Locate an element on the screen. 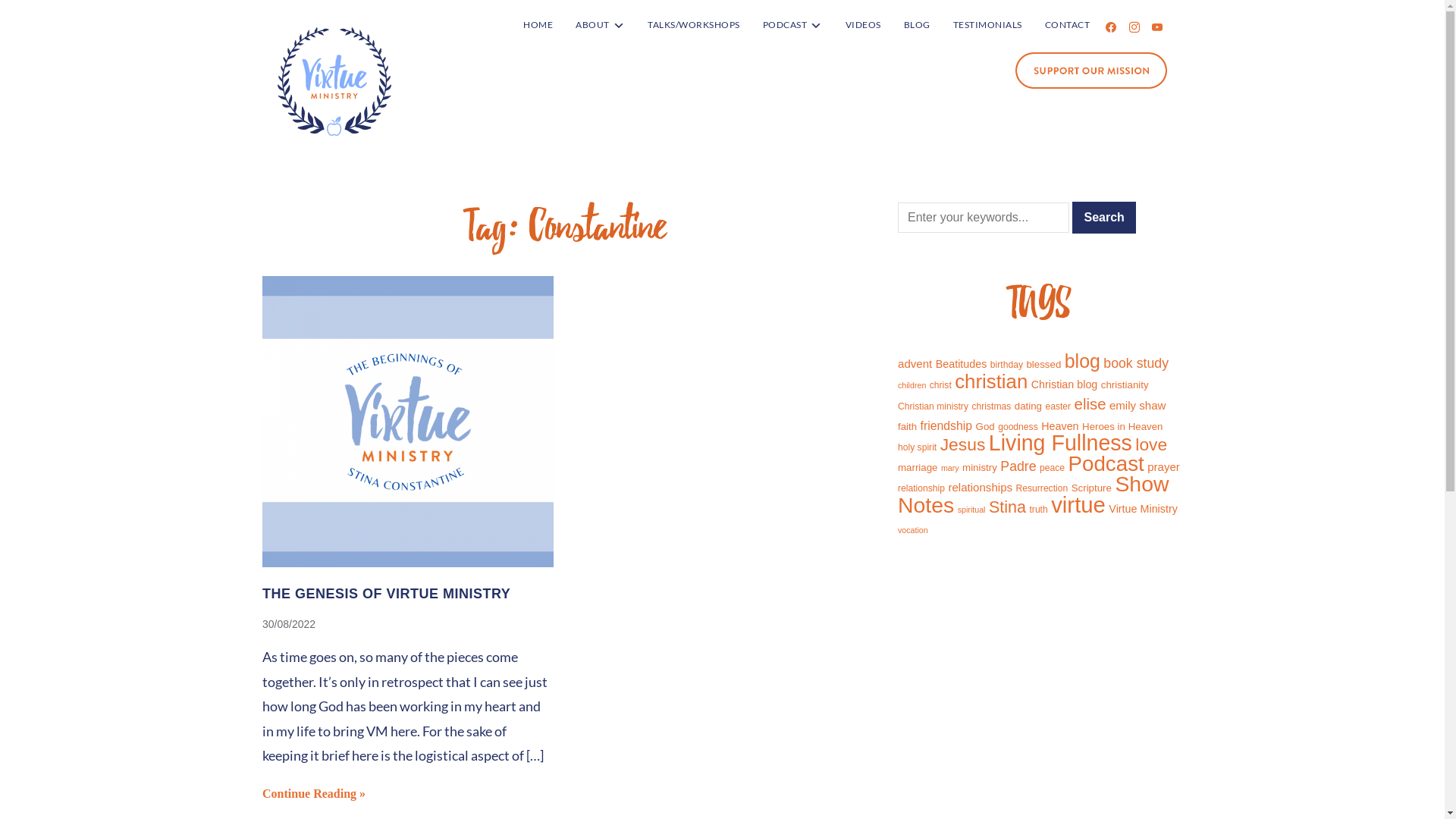 Image resolution: width=1456 pixels, height=819 pixels. 'Show Notes' is located at coordinates (1033, 494).